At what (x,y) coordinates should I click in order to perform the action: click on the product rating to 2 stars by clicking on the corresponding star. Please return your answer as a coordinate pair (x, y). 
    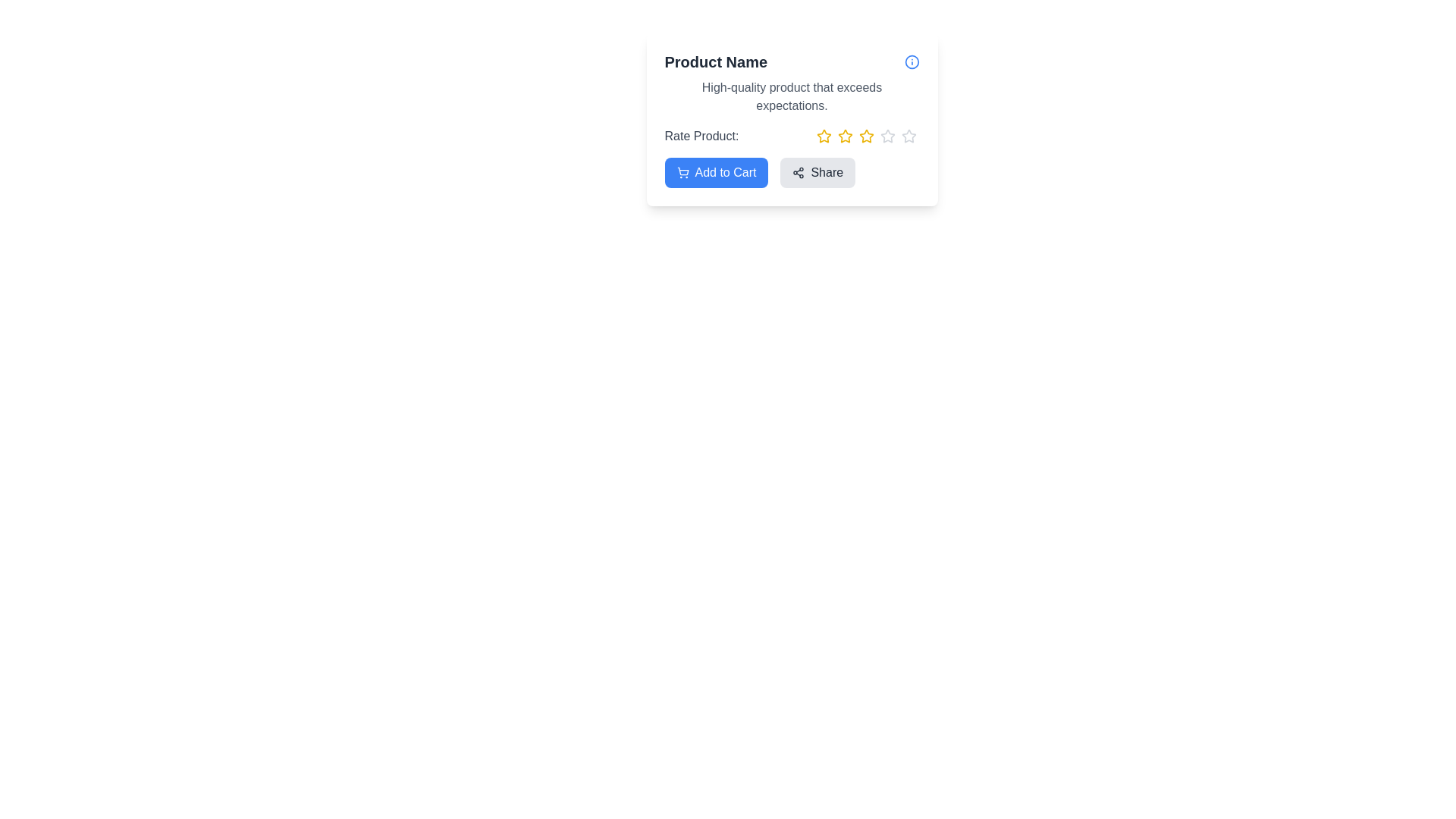
    Looking at the image, I should click on (844, 136).